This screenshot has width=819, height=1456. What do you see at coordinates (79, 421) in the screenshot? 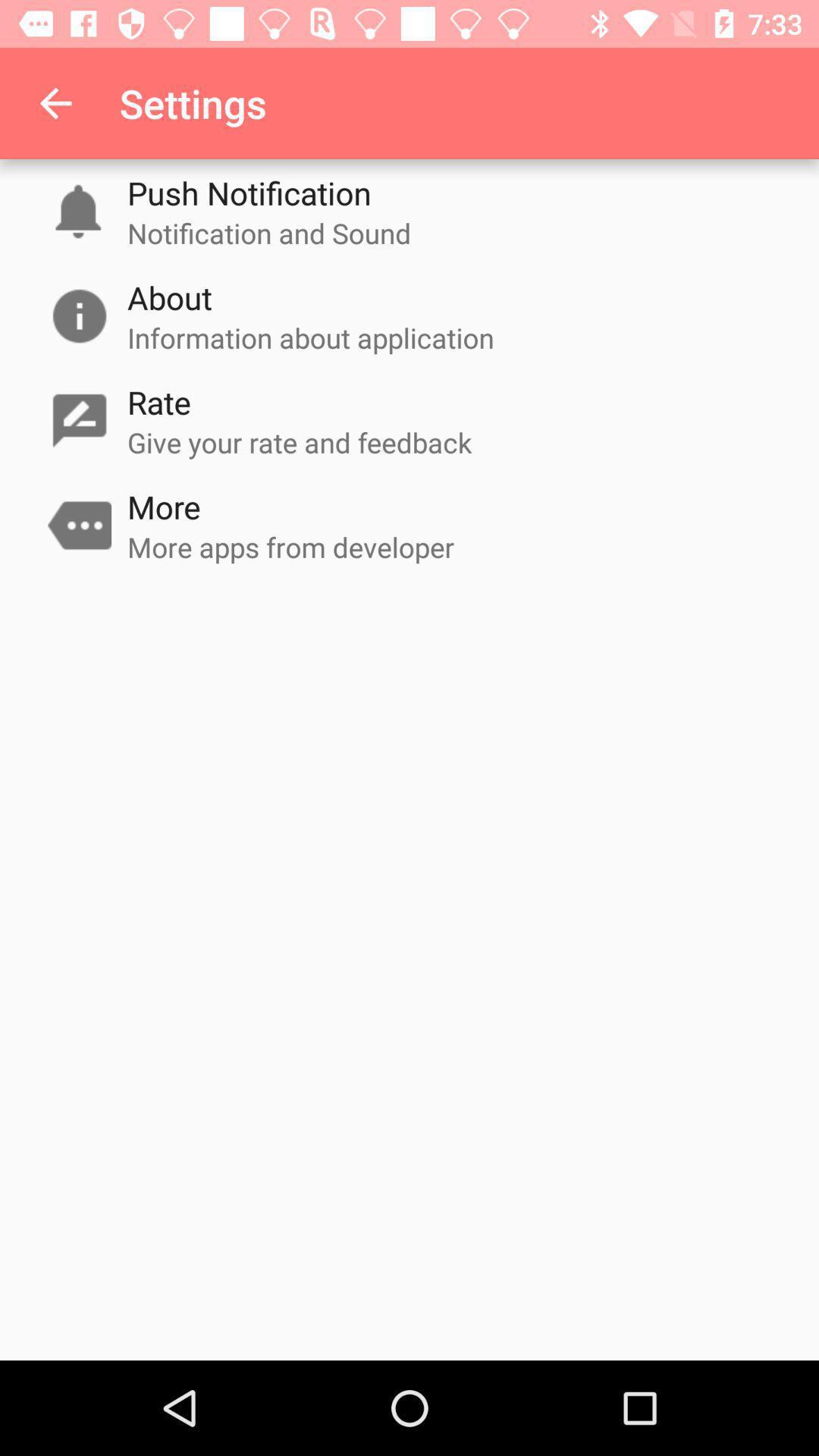
I see `the icon which is to the left of rate` at bounding box center [79, 421].